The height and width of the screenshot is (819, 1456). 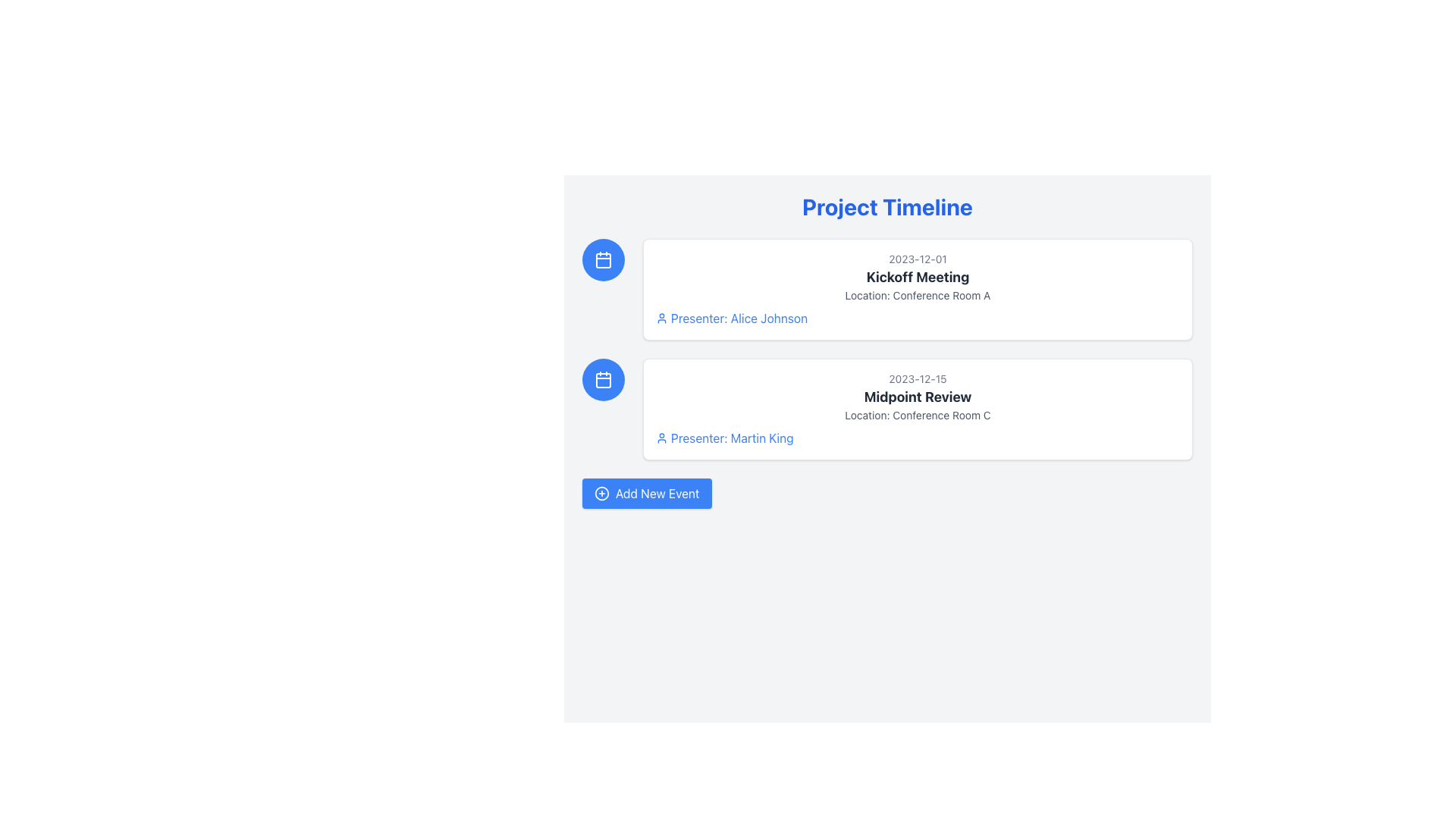 I want to click on the calendar icon, which is a visual identifier for the event category in the timeline, located in the left column adjacent to the second event details, so click(x=603, y=379).